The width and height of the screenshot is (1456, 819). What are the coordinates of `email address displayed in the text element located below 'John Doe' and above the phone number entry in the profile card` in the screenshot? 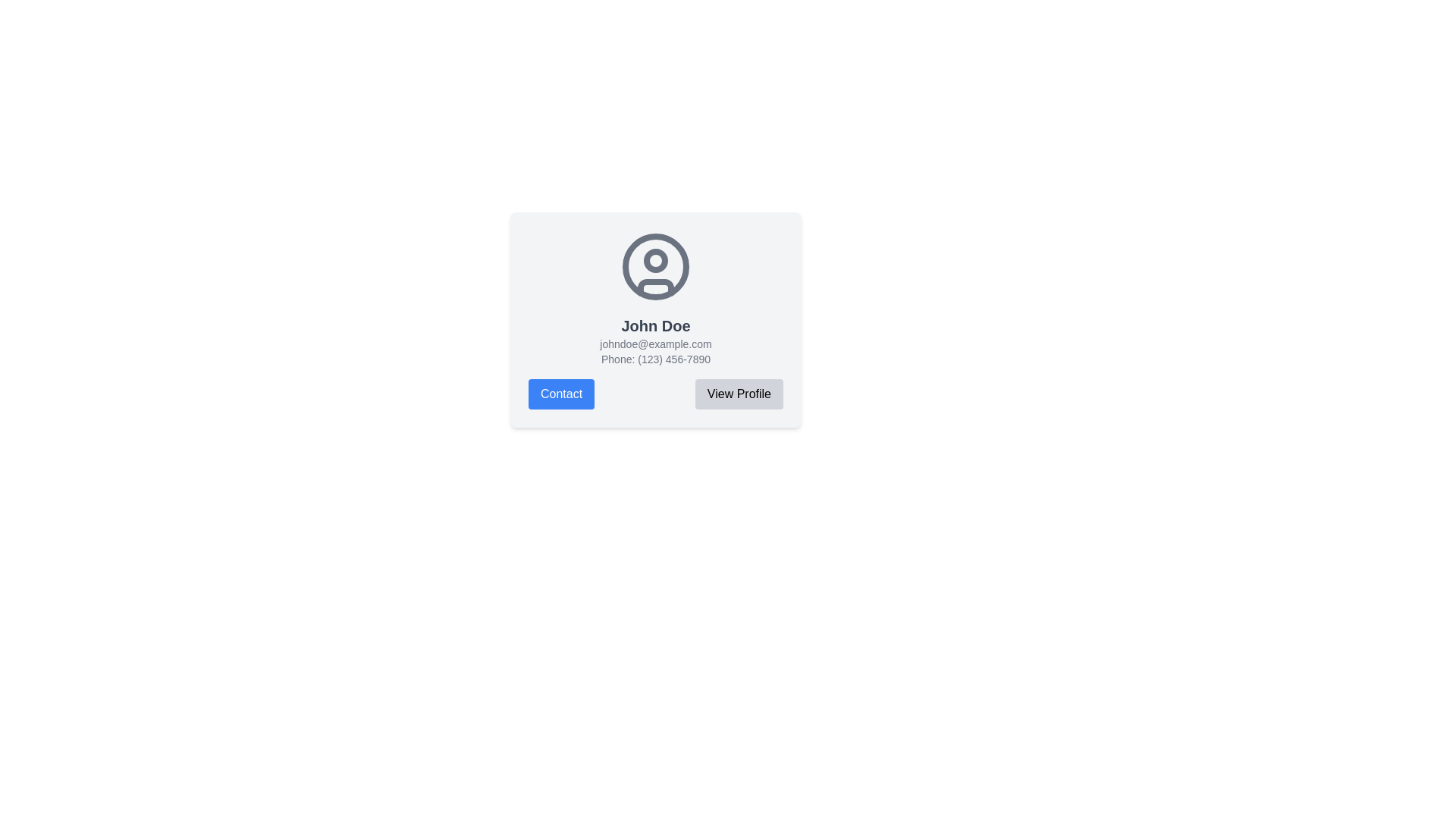 It's located at (655, 344).